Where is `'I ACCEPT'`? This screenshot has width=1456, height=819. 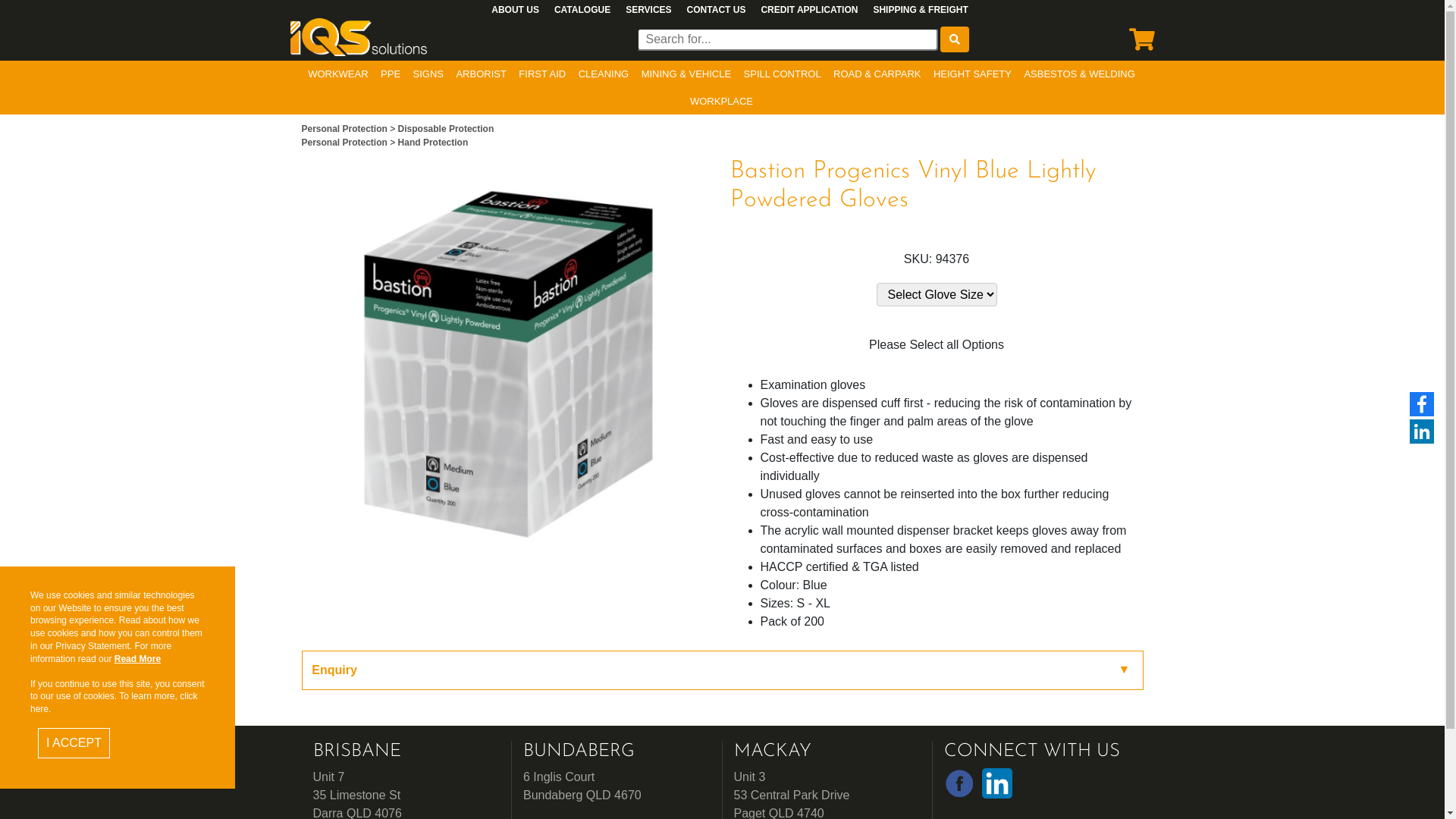
'I ACCEPT' is located at coordinates (73, 742).